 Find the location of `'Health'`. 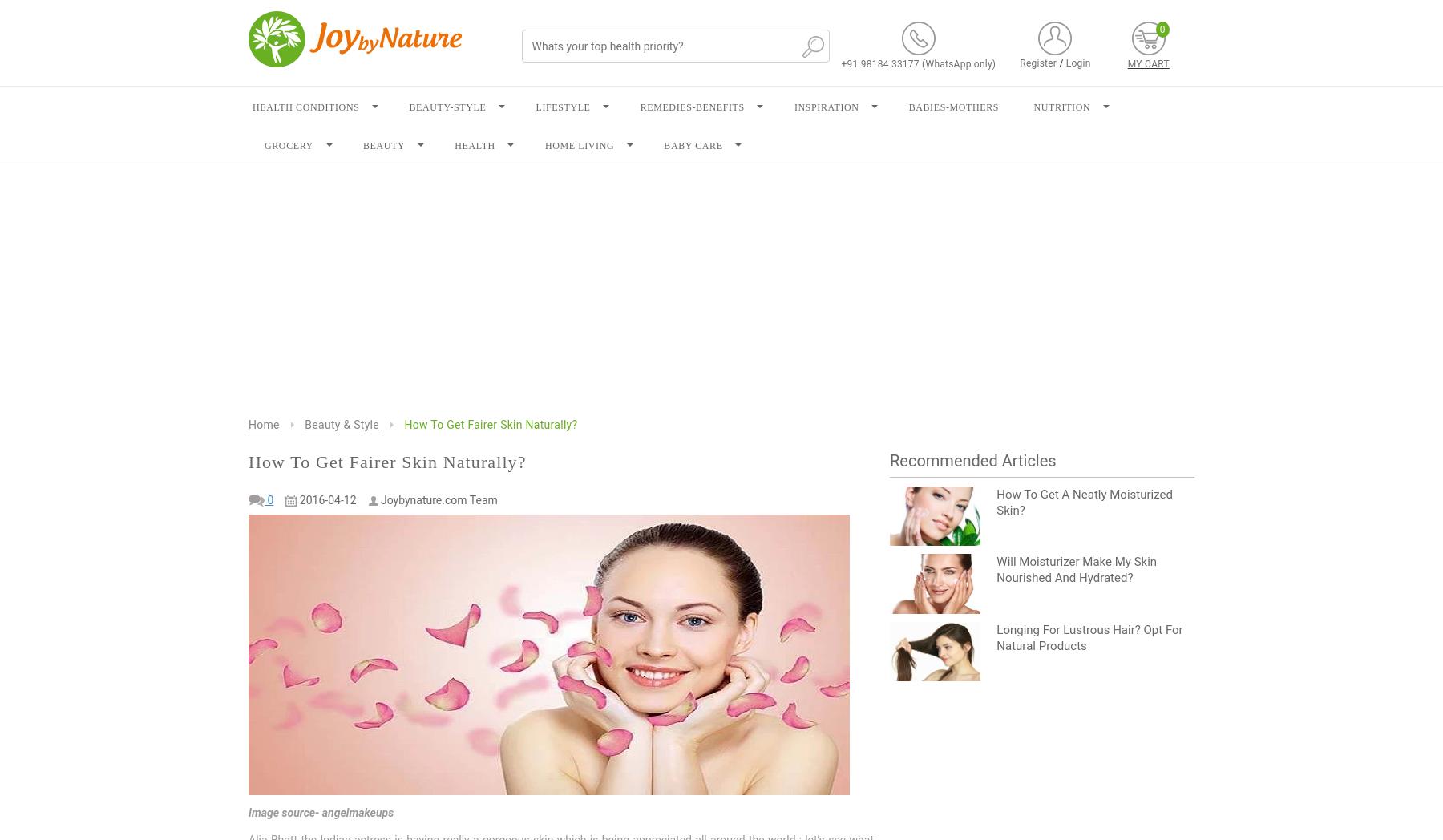

'Health' is located at coordinates (475, 145).